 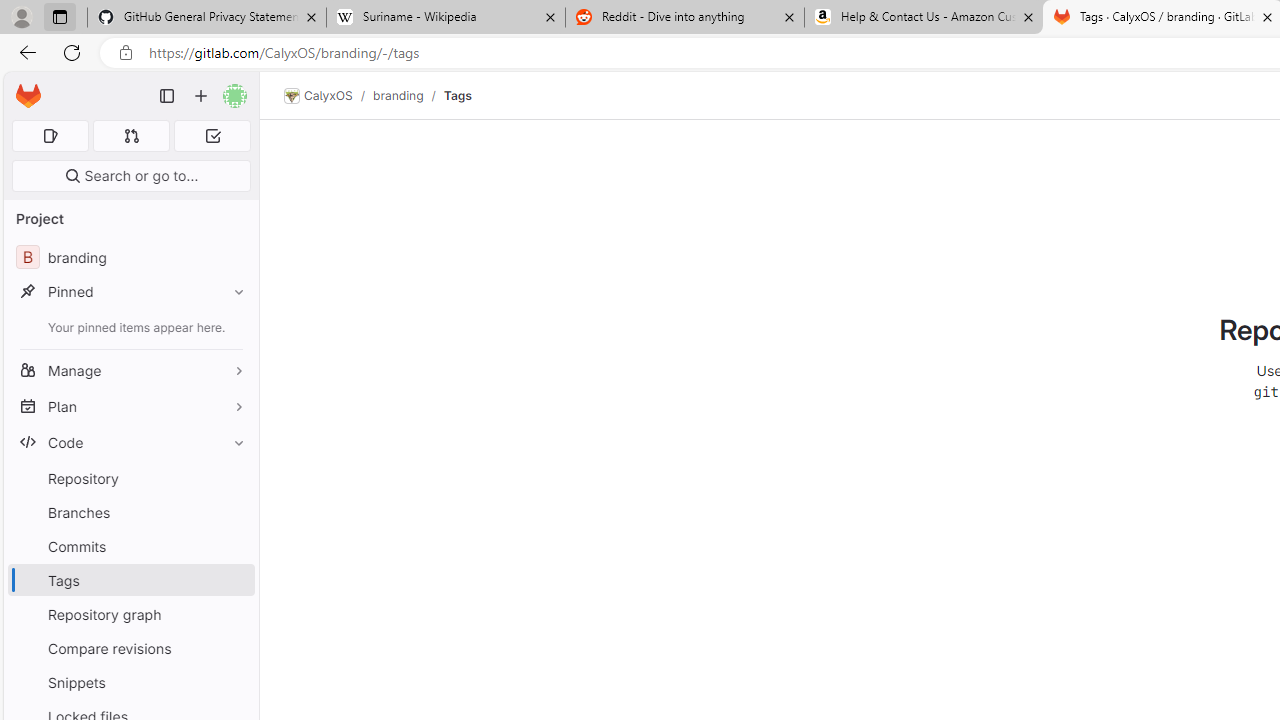 What do you see at coordinates (130, 648) in the screenshot?
I see `'Compare revisions'` at bounding box center [130, 648].